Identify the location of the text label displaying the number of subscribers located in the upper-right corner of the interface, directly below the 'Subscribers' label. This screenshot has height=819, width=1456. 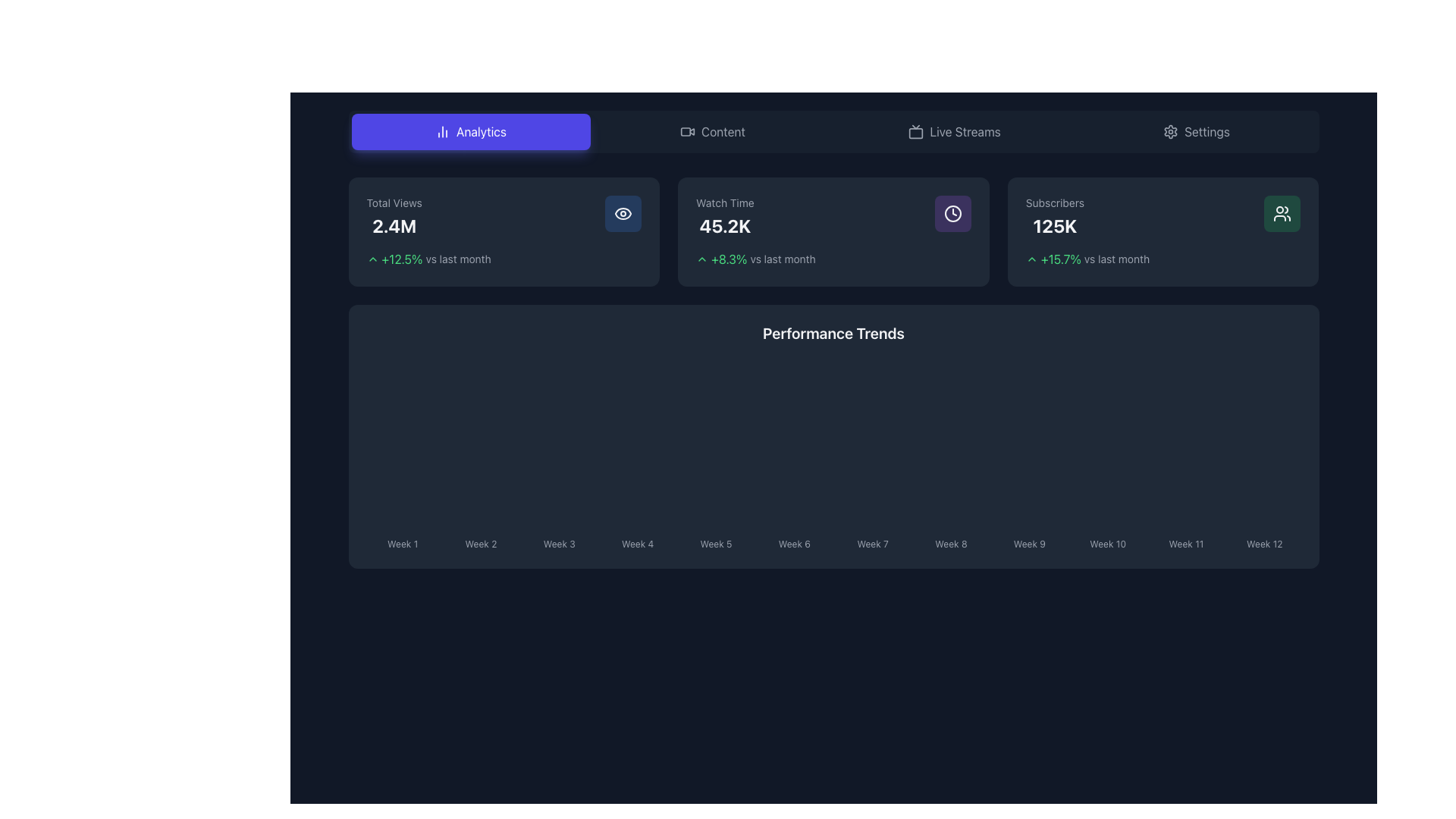
(1054, 225).